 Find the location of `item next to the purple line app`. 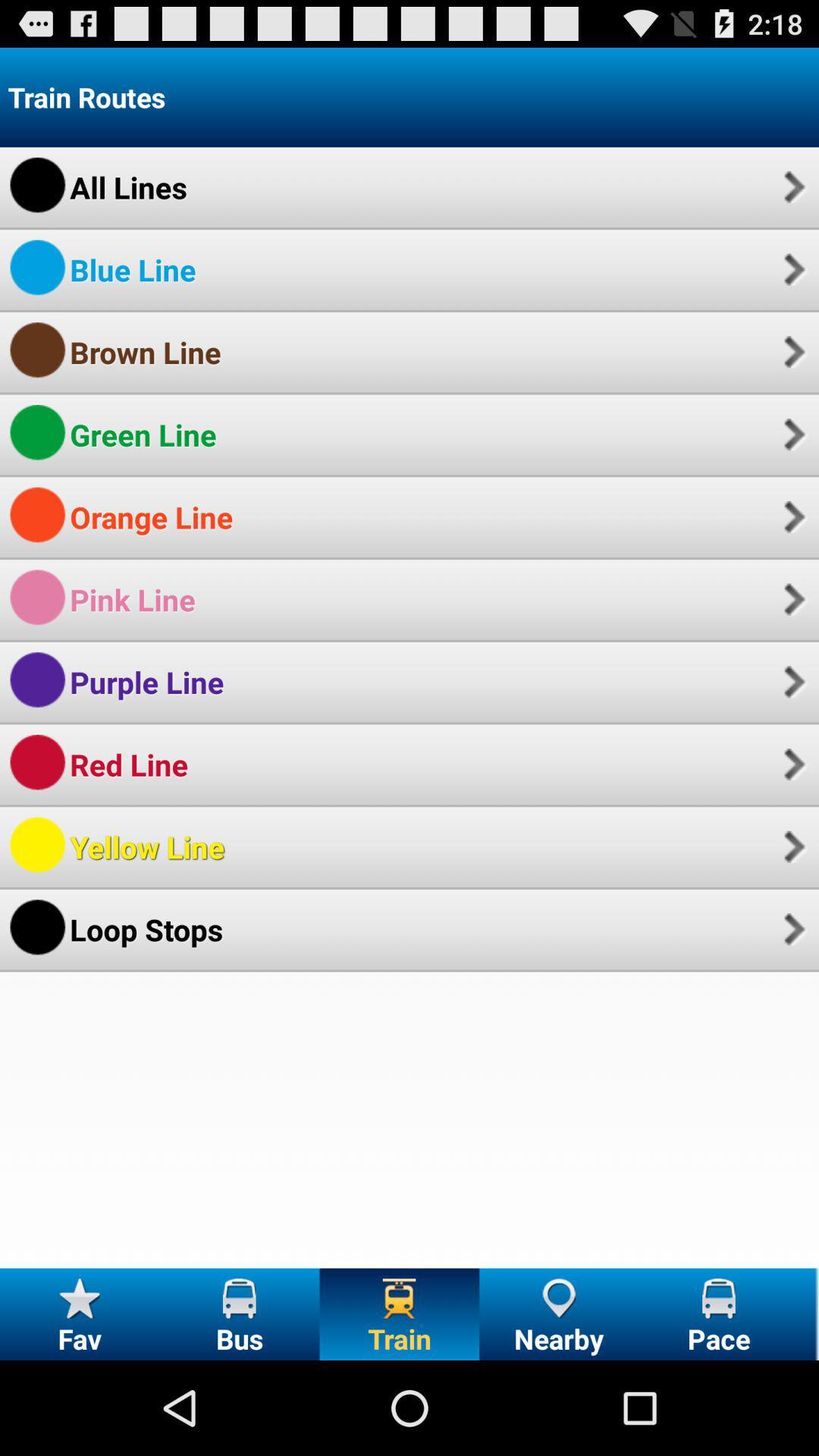

item next to the purple line app is located at coordinates (792, 681).